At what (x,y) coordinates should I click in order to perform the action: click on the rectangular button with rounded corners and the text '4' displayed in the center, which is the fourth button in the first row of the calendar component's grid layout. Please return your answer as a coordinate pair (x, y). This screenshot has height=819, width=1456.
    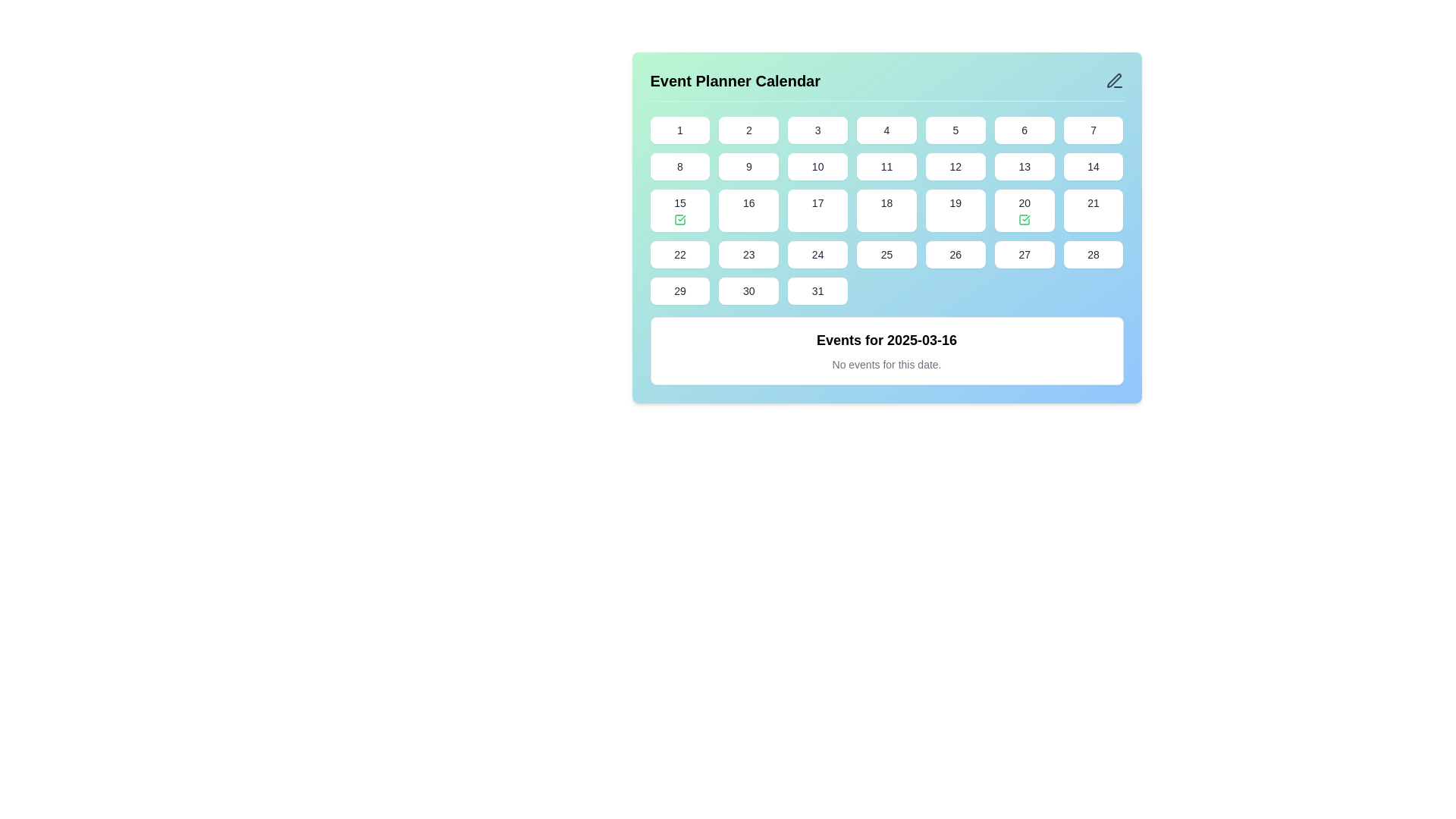
    Looking at the image, I should click on (886, 130).